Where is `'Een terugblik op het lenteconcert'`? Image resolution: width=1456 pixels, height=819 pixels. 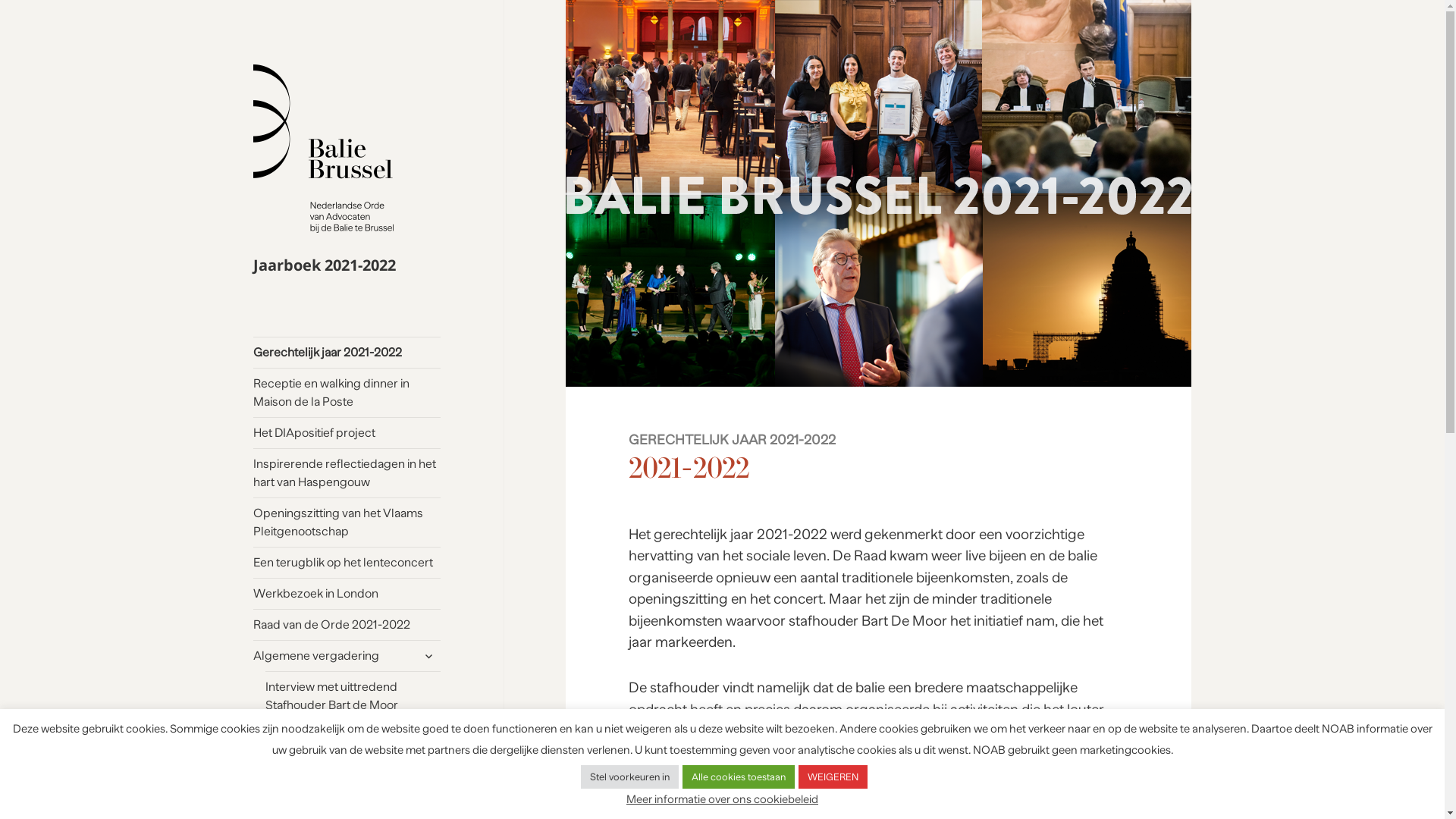 'Een terugblik op het lenteconcert' is located at coordinates (346, 562).